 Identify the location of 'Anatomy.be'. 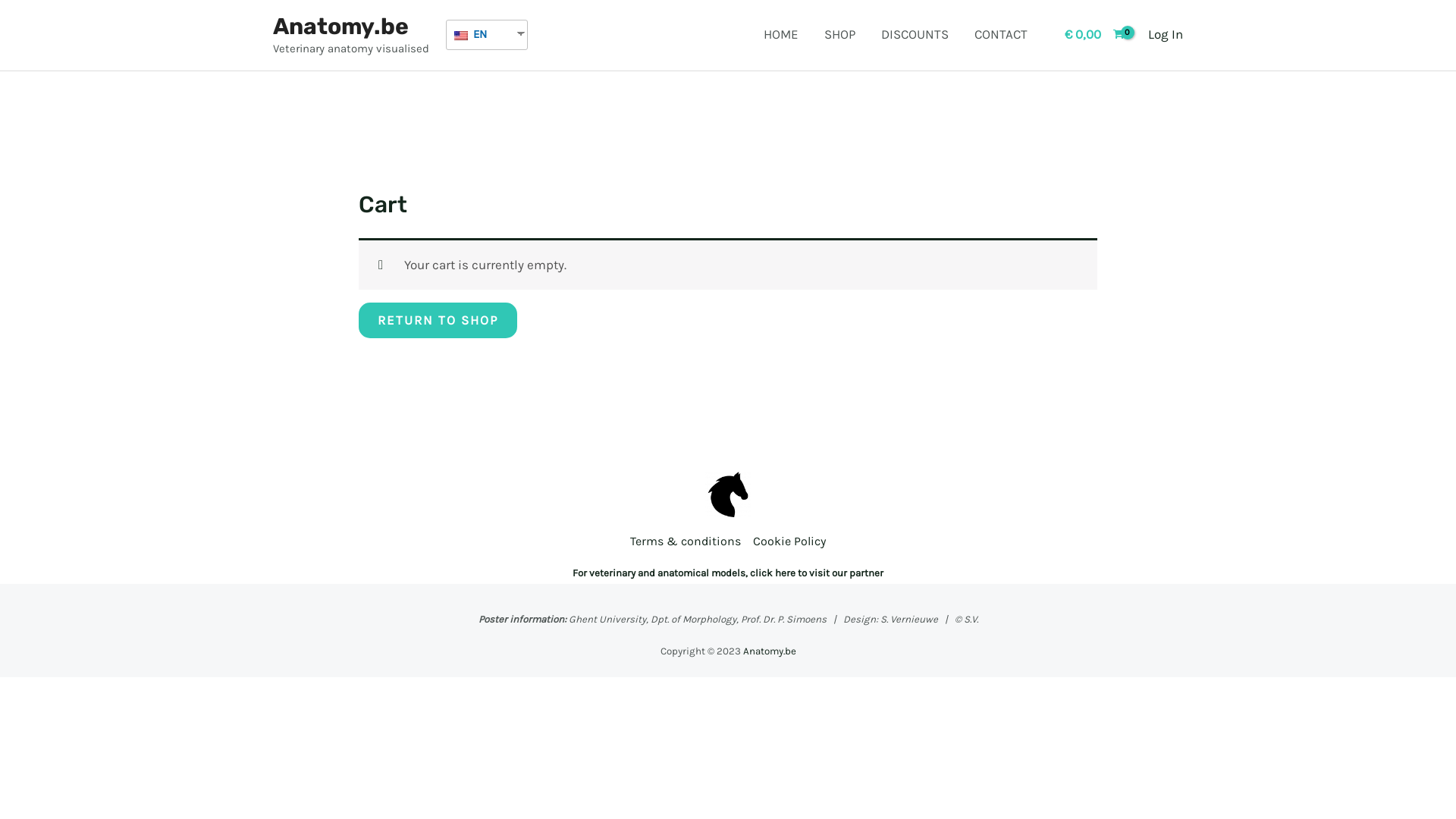
(769, 650).